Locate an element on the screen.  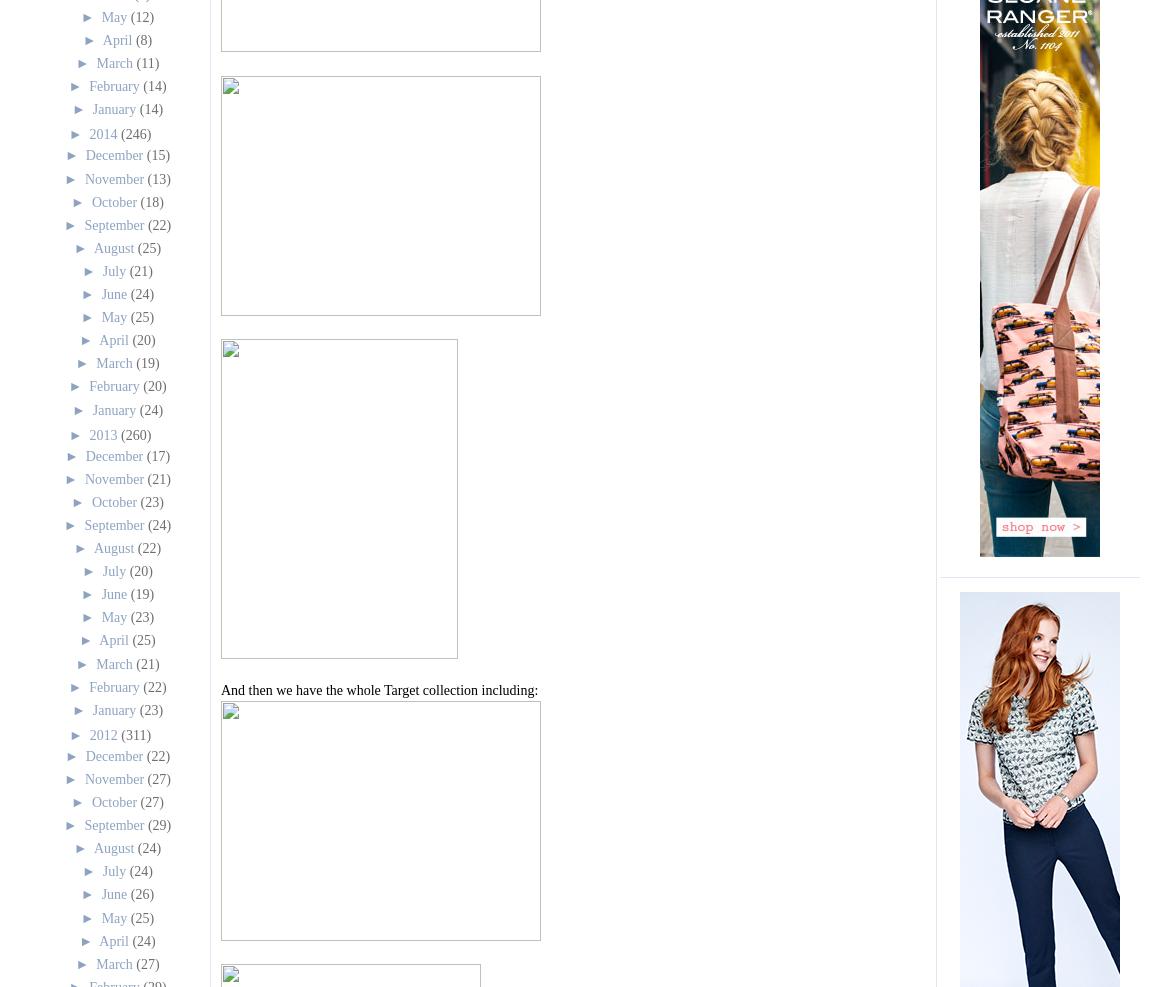
'(29)' is located at coordinates (145, 825).